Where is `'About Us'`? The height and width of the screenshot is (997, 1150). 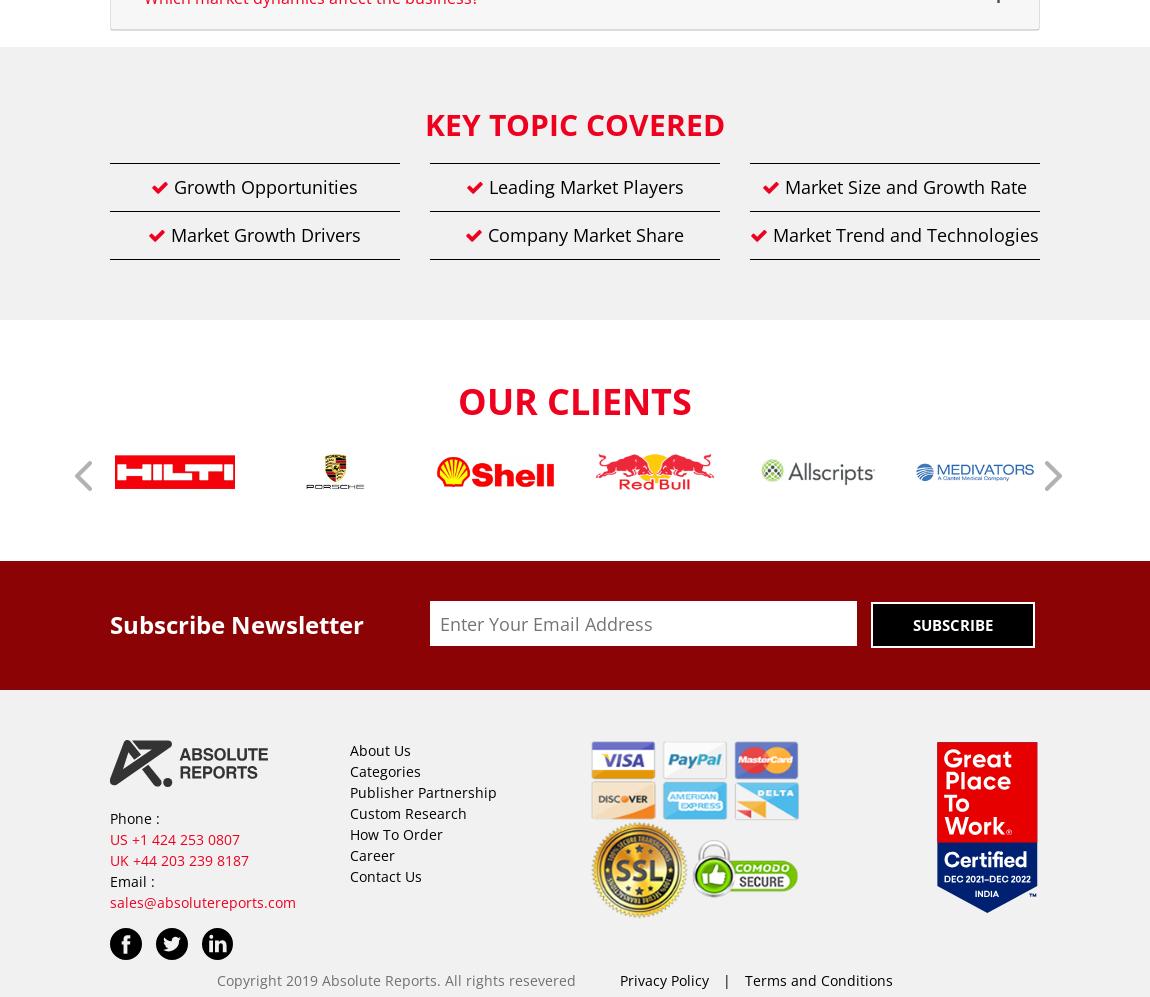 'About Us' is located at coordinates (380, 750).